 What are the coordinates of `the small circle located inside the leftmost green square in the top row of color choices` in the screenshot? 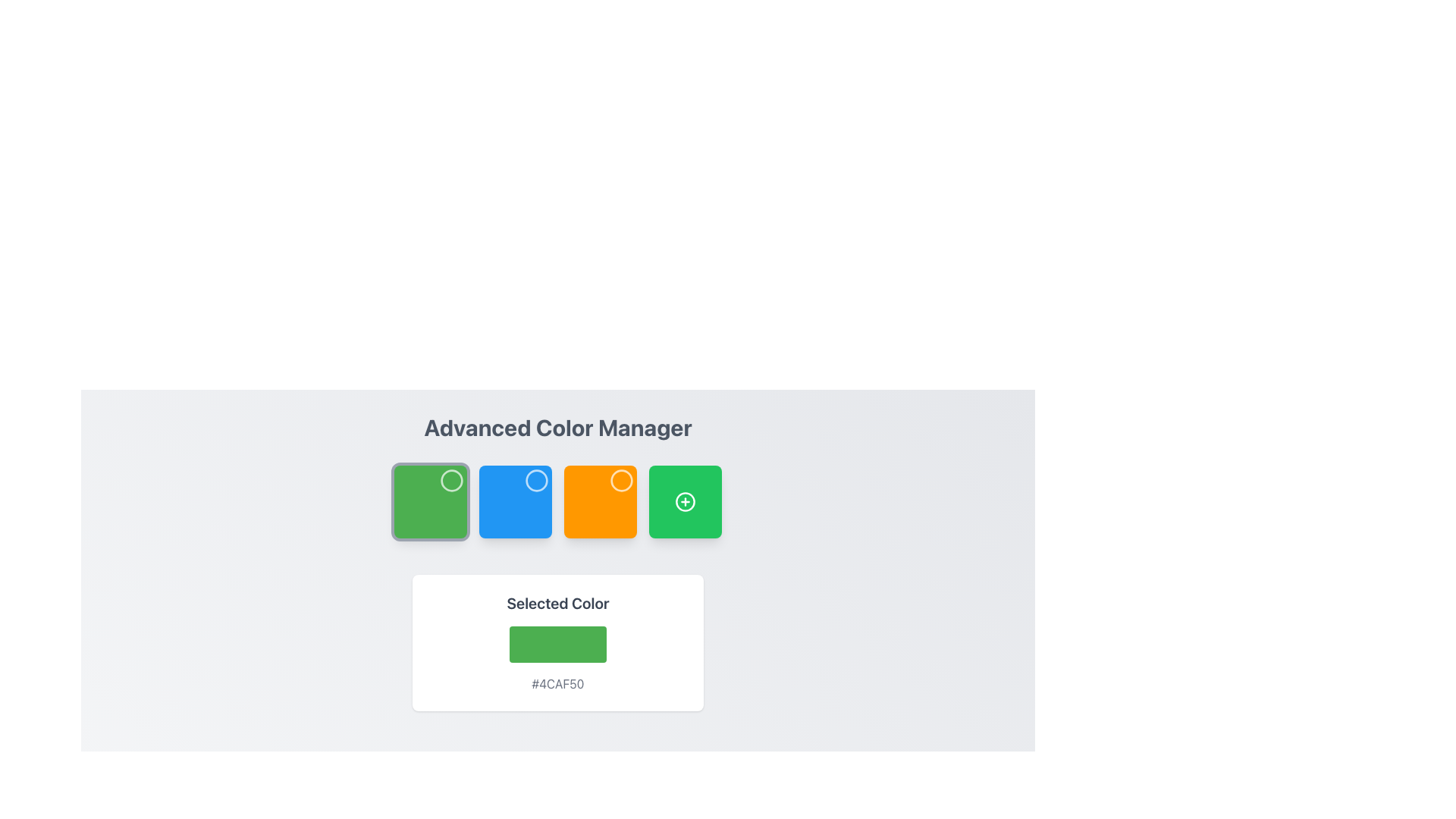 It's located at (450, 480).